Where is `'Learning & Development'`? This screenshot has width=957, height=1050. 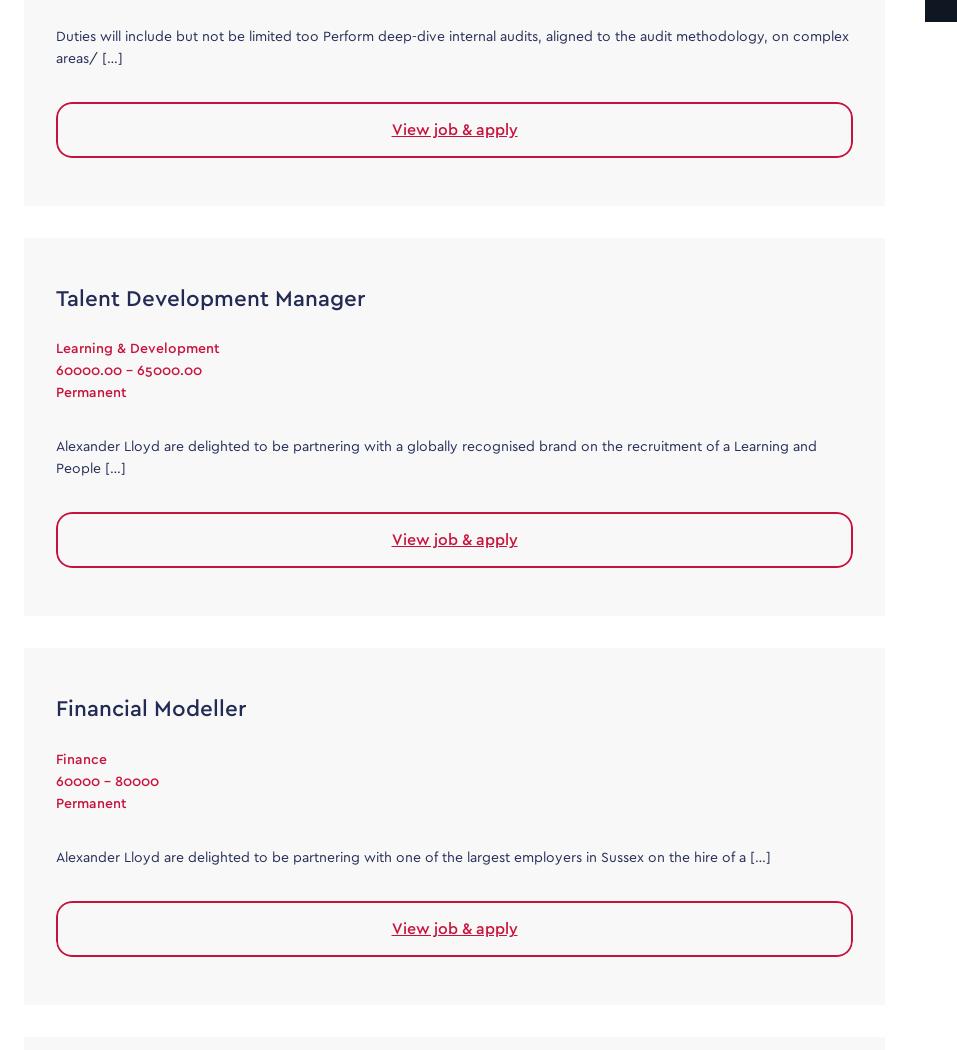
'Learning & Development' is located at coordinates (137, 348).